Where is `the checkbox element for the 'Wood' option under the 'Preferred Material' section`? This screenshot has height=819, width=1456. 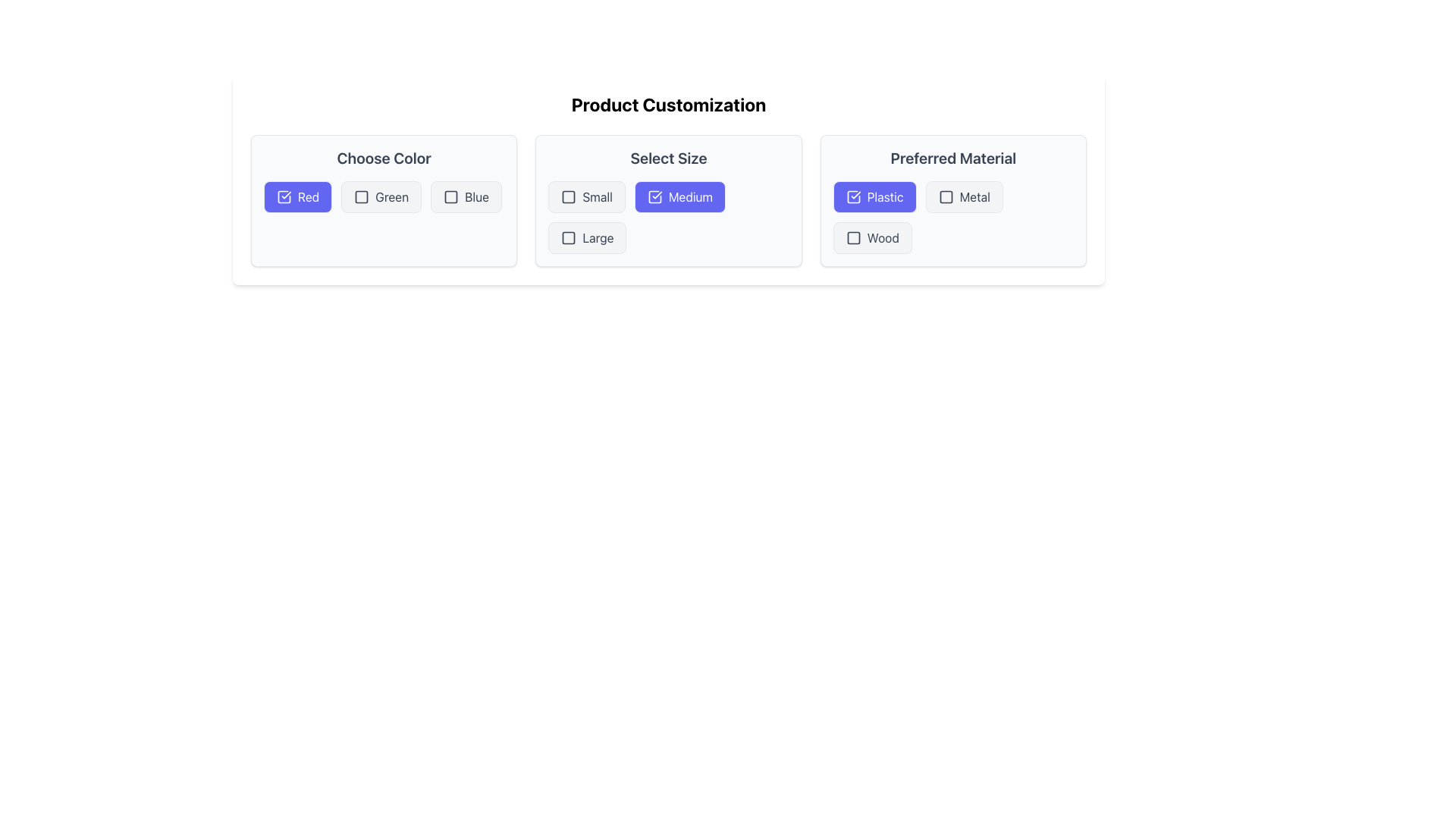 the checkbox element for the 'Wood' option under the 'Preferred Material' section is located at coordinates (853, 237).